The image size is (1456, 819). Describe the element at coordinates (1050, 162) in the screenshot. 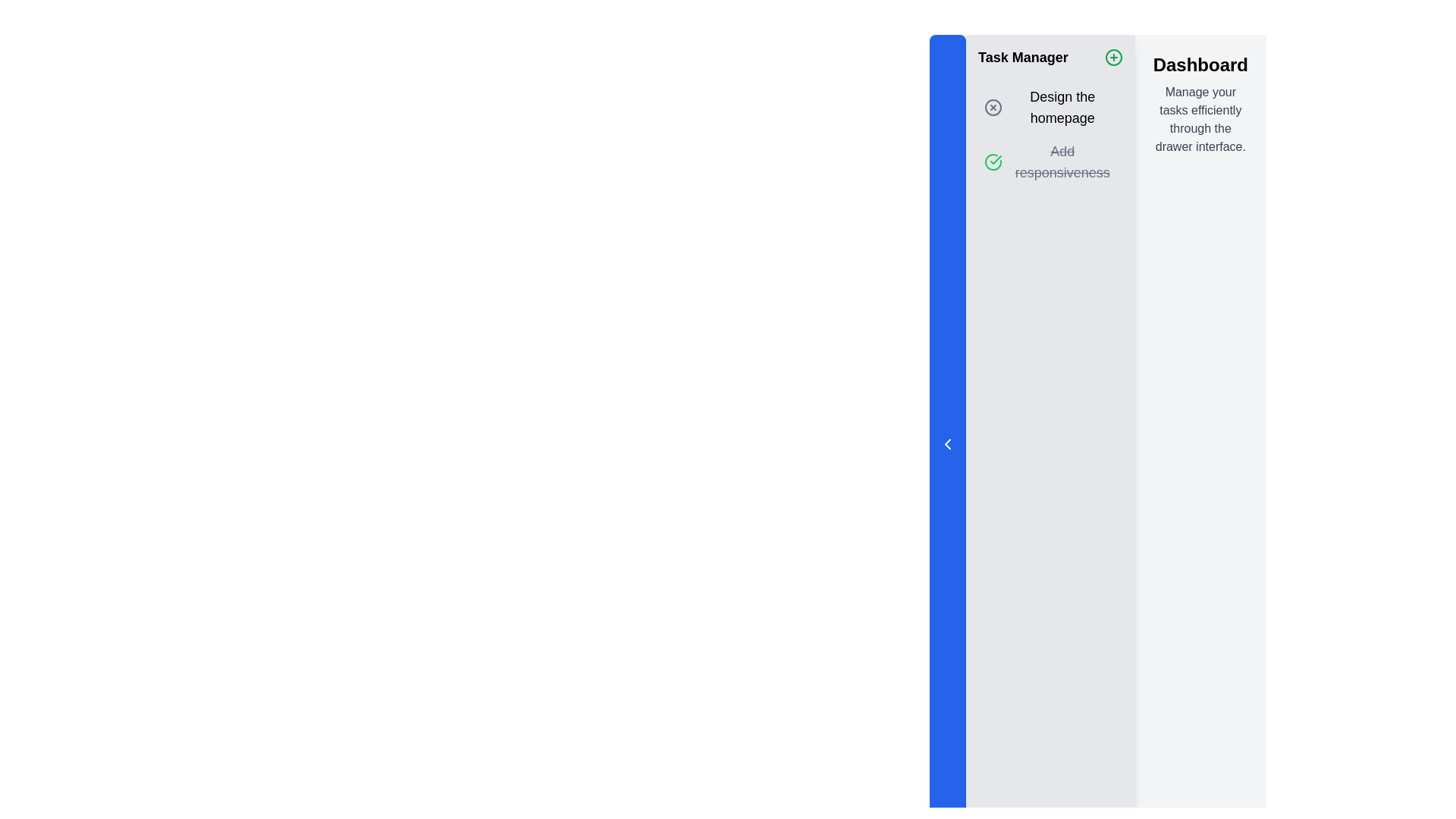

I see `the second task entry in the 'Task Manager' panel` at that location.